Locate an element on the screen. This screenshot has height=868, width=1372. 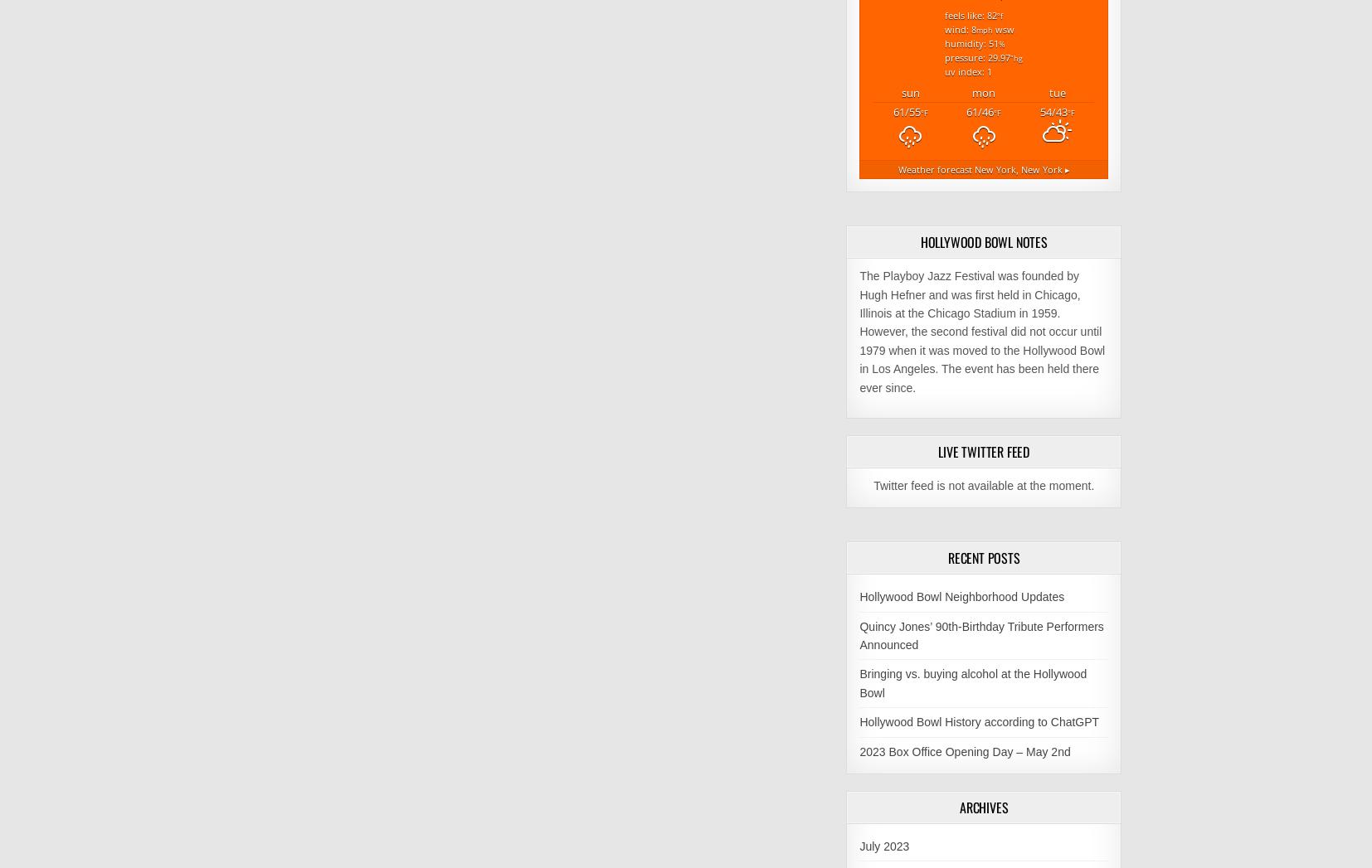
'Archives' is located at coordinates (982, 805).